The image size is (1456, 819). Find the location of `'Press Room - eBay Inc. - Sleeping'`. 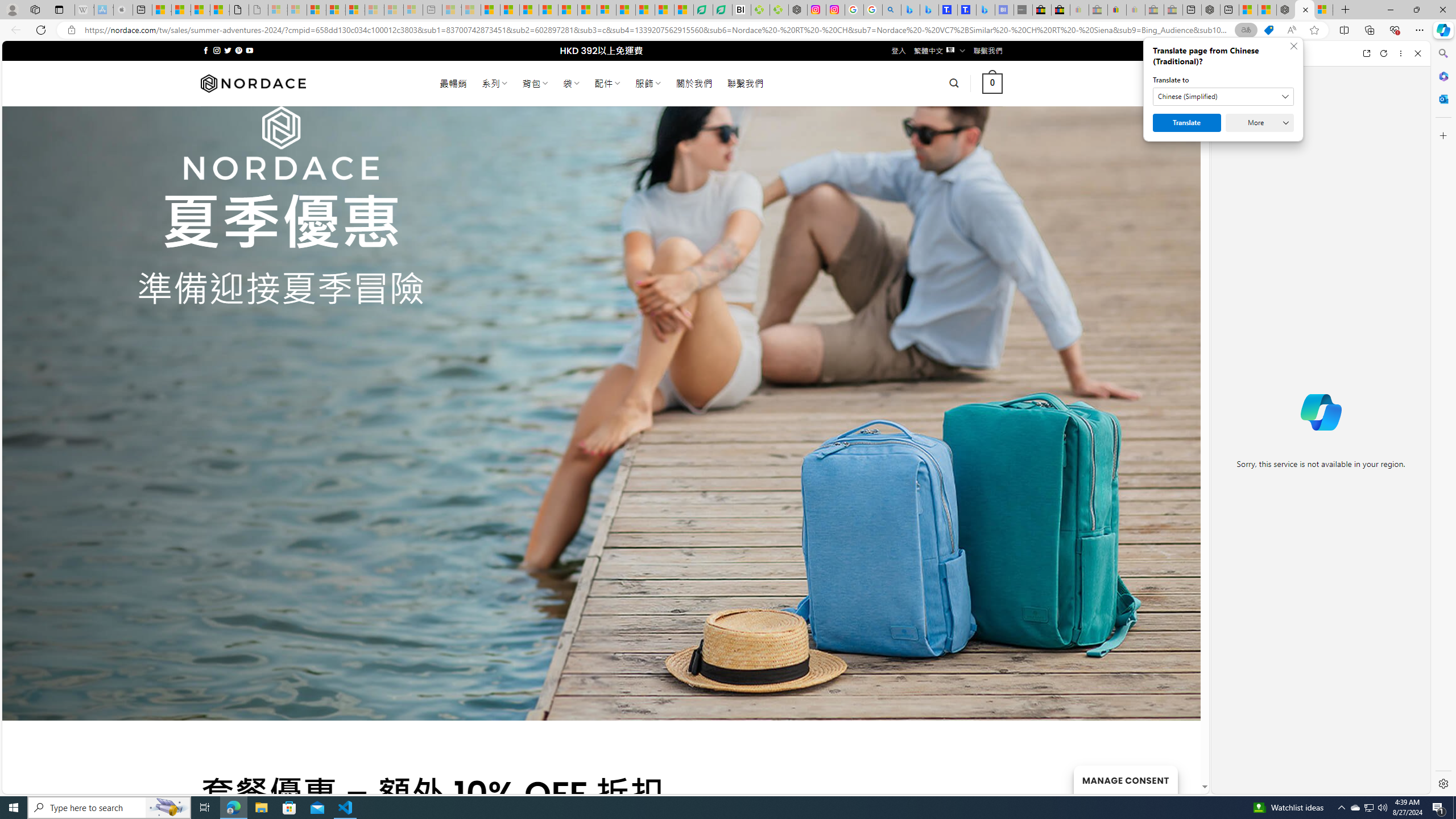

'Press Room - eBay Inc. - Sleeping' is located at coordinates (1155, 9).